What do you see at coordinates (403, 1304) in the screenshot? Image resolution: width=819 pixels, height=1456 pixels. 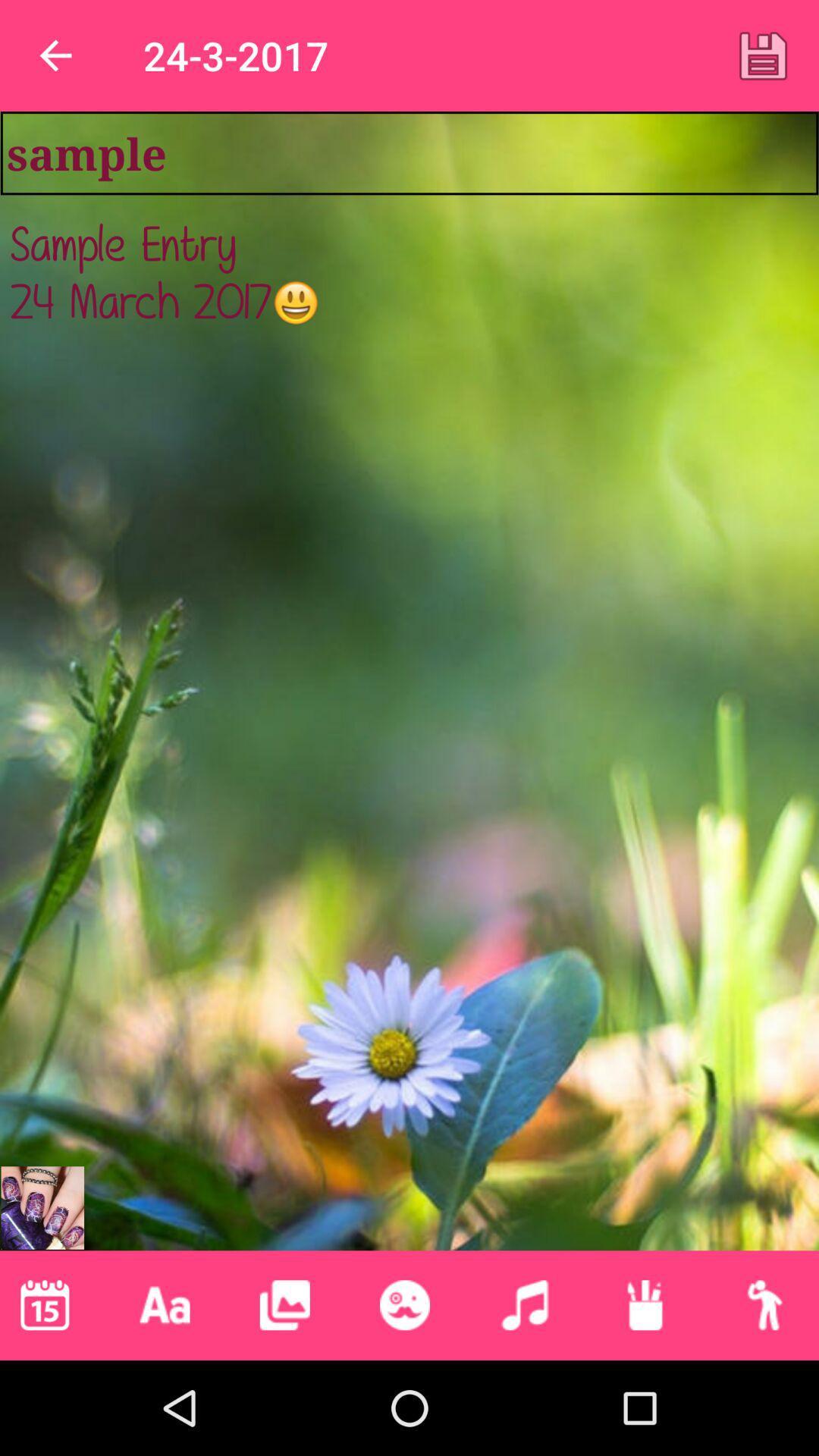 I see `activate emoji` at bounding box center [403, 1304].